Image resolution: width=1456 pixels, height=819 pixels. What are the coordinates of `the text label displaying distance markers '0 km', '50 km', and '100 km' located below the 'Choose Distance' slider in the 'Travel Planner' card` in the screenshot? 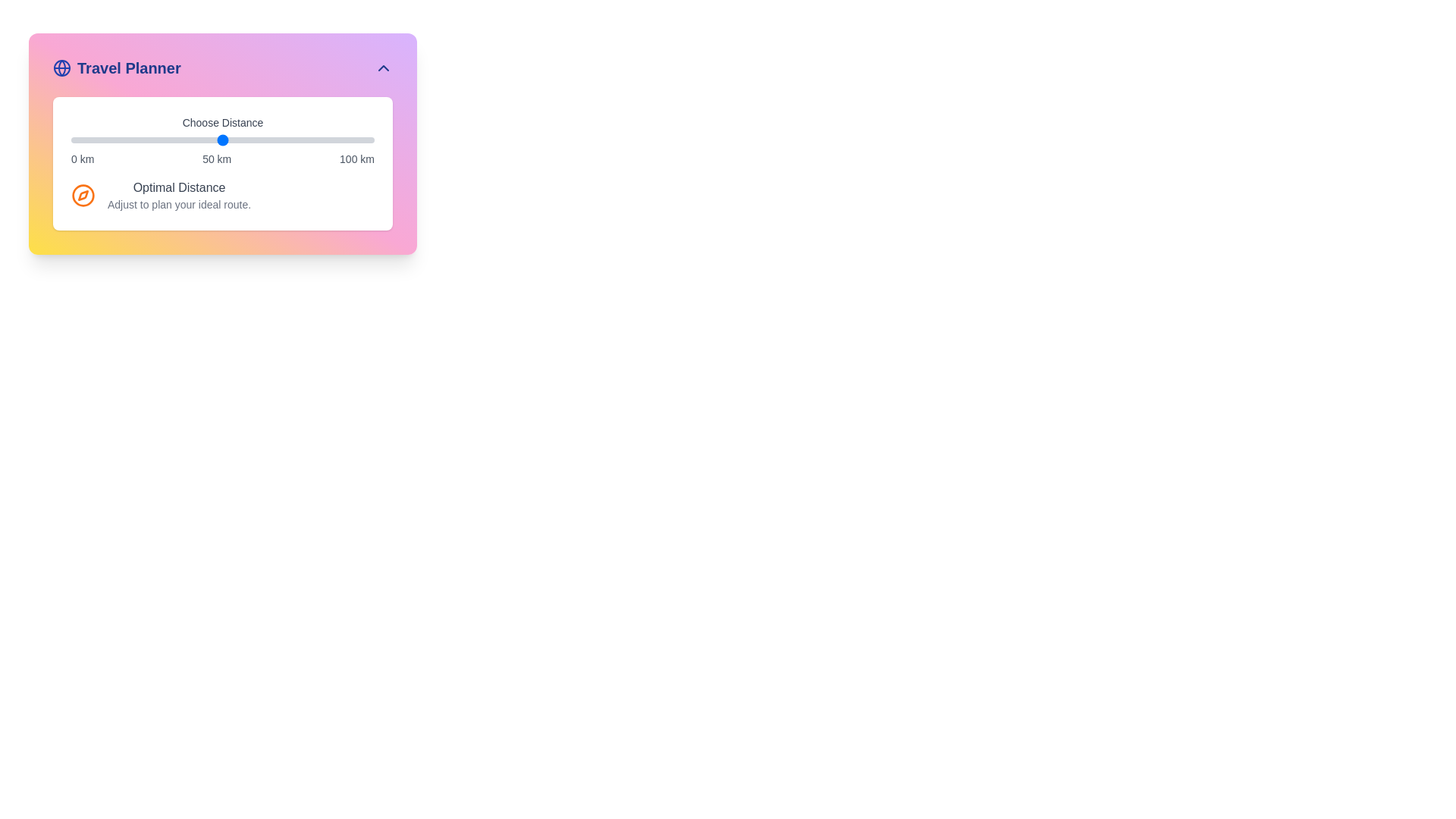 It's located at (221, 158).